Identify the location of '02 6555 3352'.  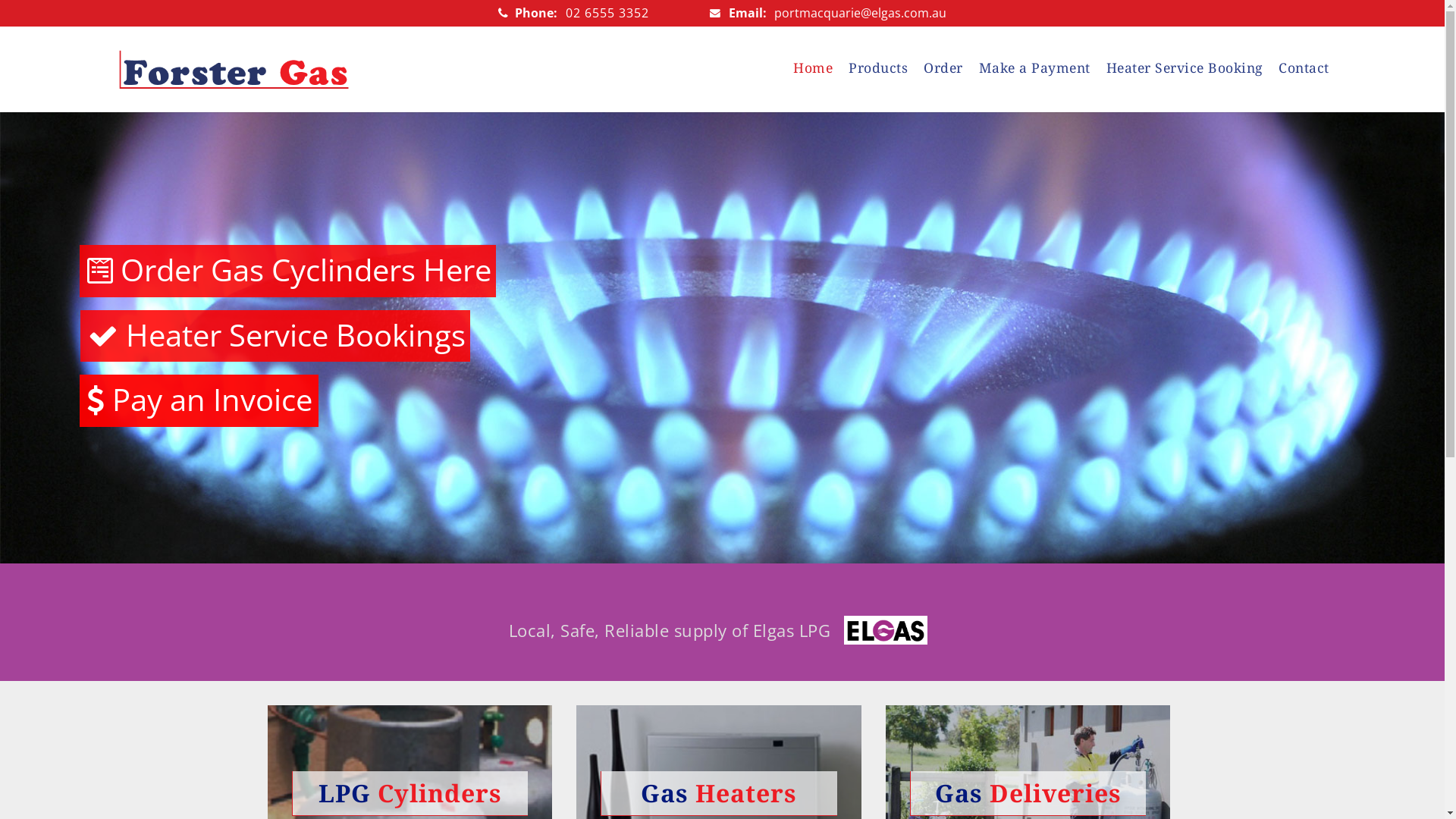
(607, 12).